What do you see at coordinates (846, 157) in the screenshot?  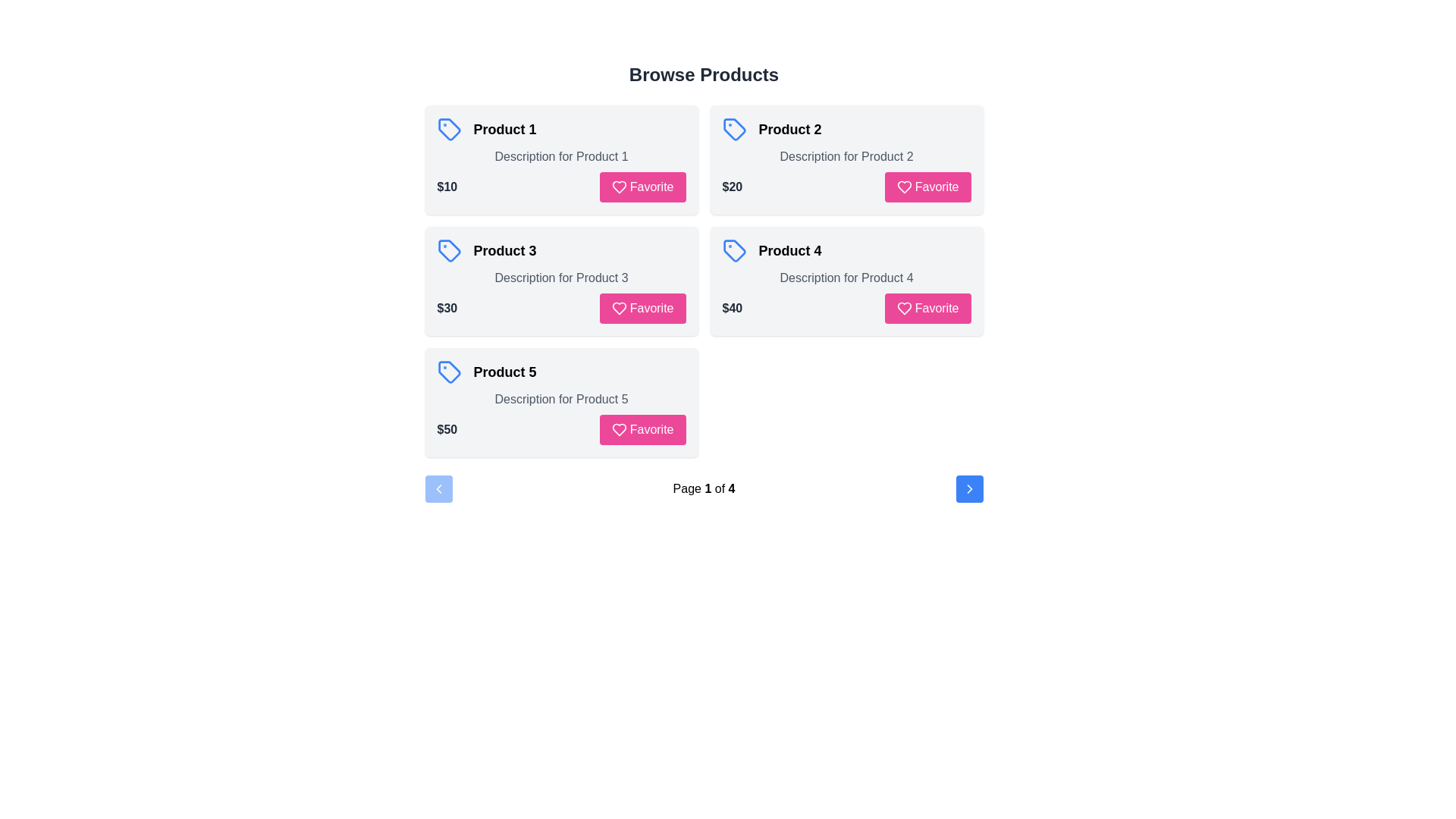 I see `the text label that provides a brief description of 'Product 2', situated below the product name and above the price and action button in the product card` at bounding box center [846, 157].